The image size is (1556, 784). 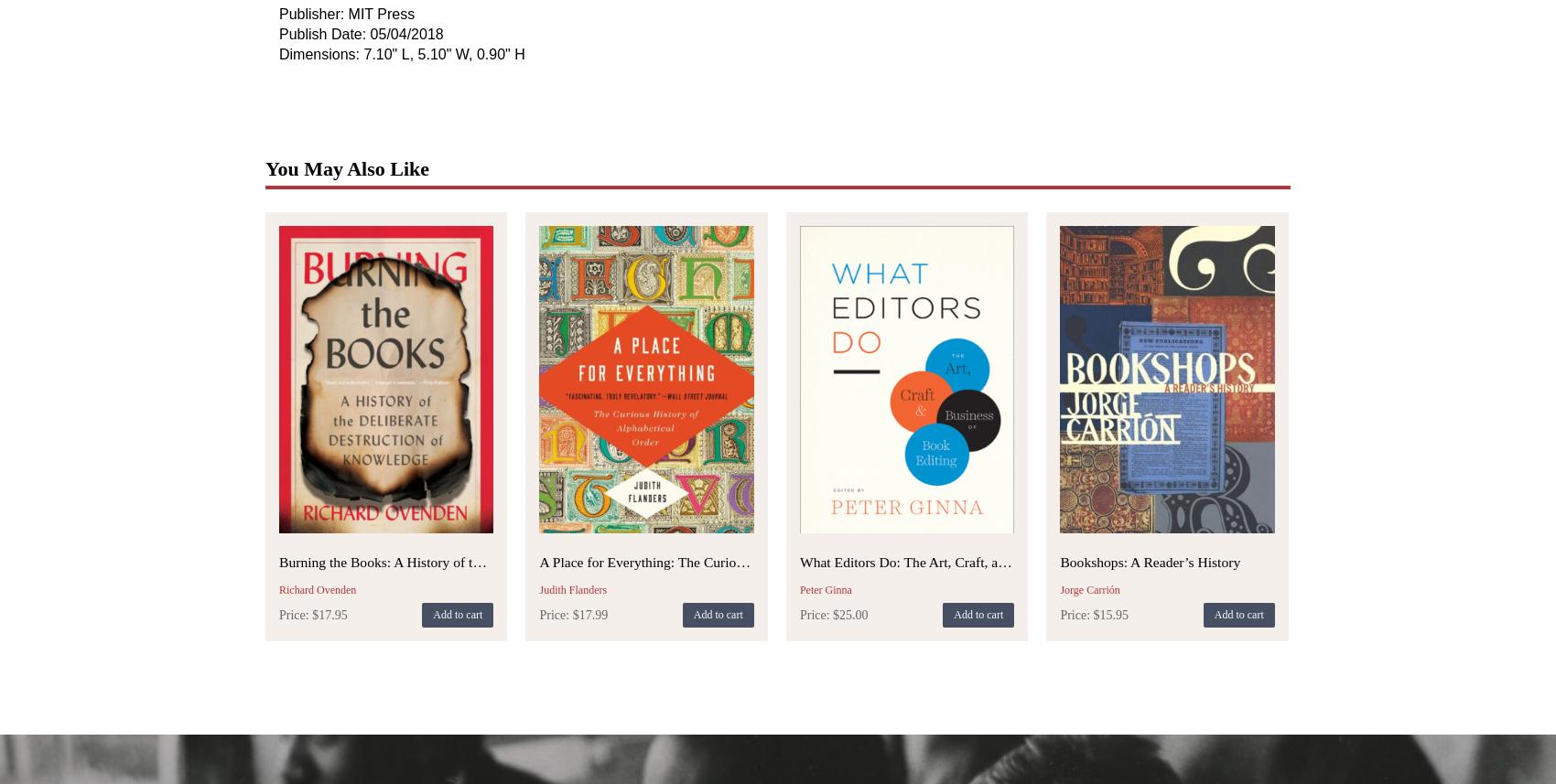 I want to click on 'Dimensions:
                        7.10" L, 5.10" W, 0.90" H', so click(x=401, y=52).